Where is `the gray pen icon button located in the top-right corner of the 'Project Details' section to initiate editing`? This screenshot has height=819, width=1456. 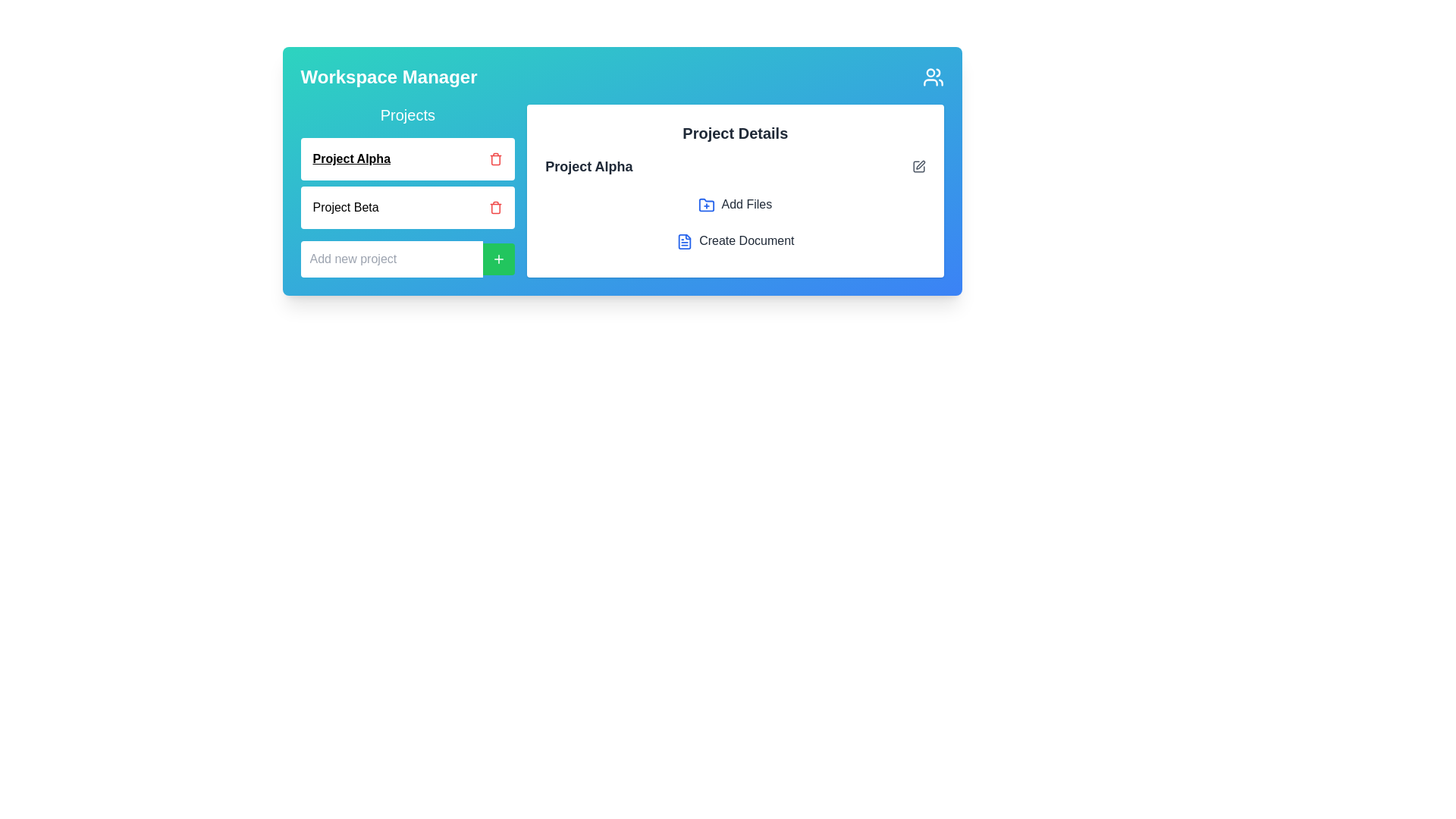
the gray pen icon button located in the top-right corner of the 'Project Details' section to initiate editing is located at coordinates (918, 166).